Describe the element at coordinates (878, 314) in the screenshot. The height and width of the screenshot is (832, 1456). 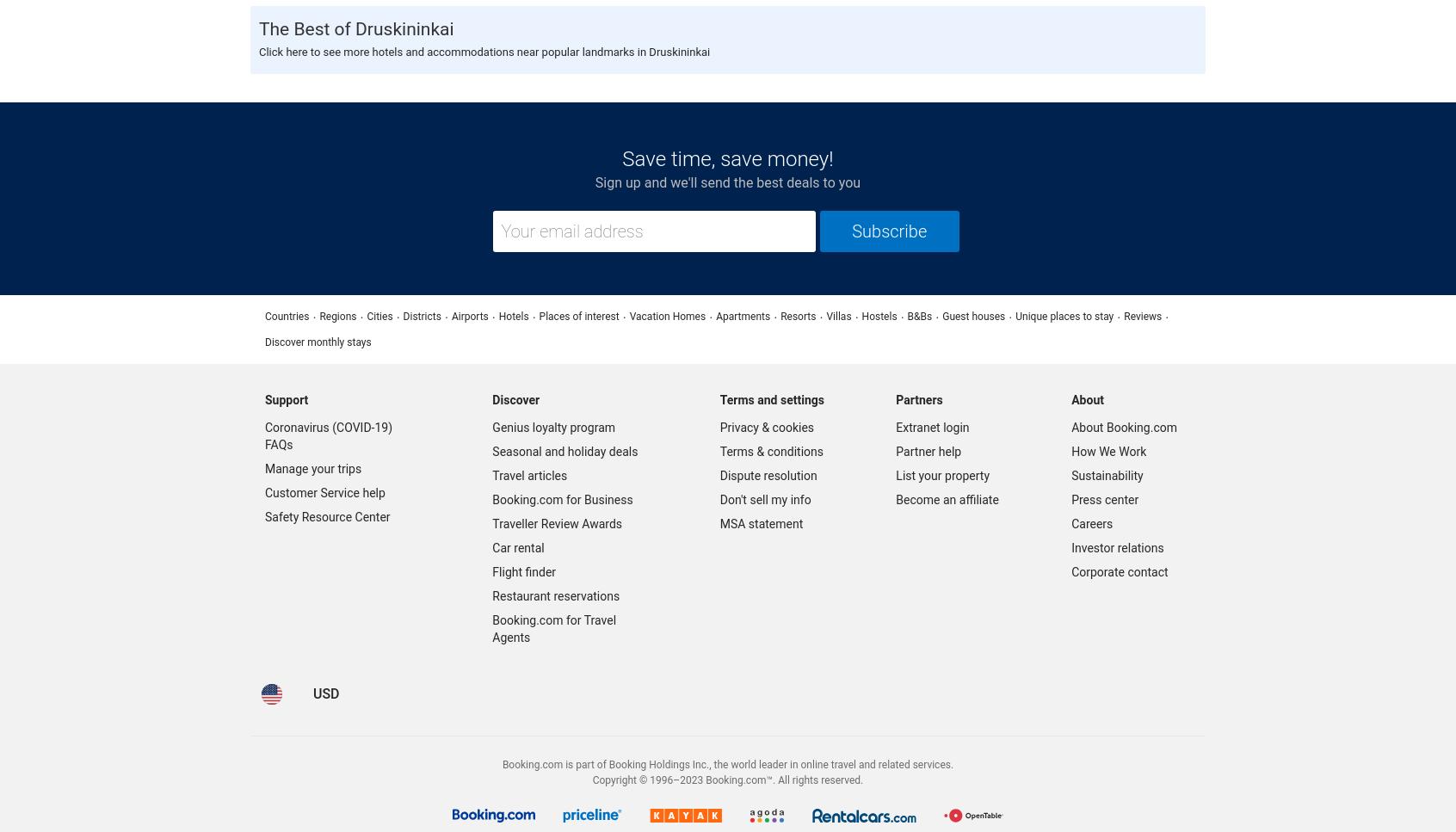
I see `'Hostels'` at that location.